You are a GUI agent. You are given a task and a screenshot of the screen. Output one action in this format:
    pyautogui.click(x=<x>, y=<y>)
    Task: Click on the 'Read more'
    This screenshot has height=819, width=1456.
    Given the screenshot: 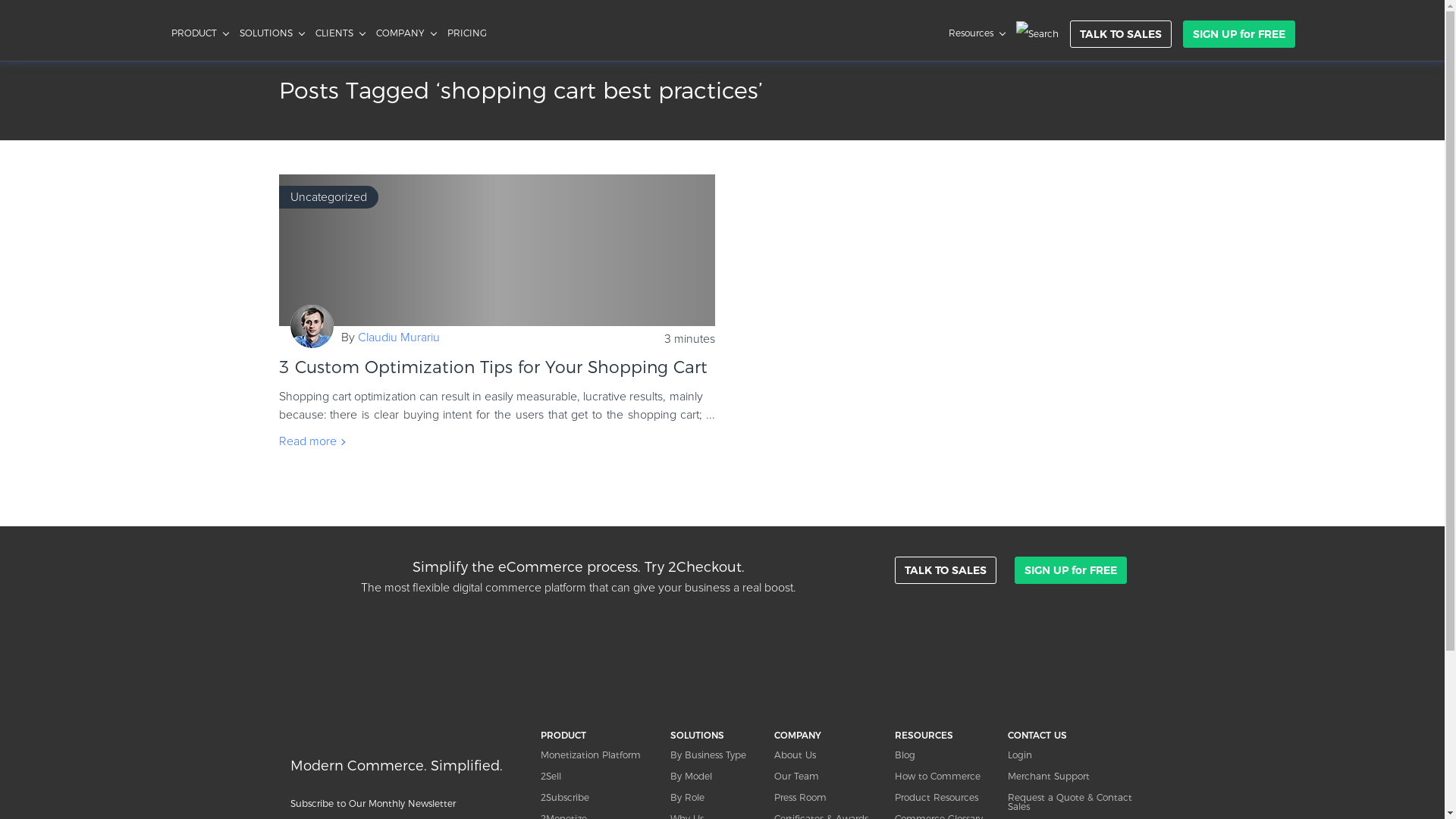 What is the action you would take?
    pyautogui.click(x=279, y=441)
    